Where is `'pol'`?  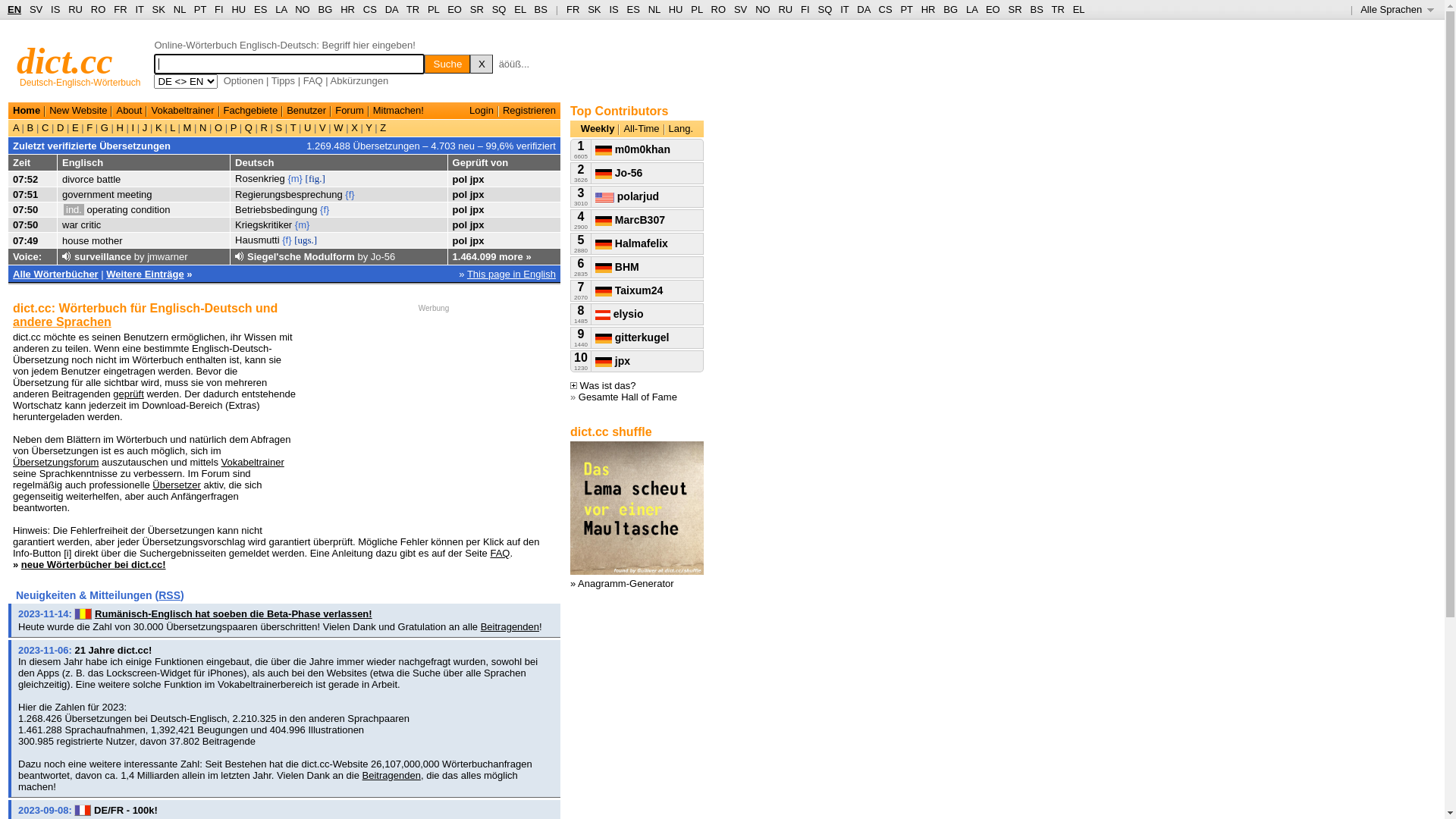 'pol' is located at coordinates (459, 240).